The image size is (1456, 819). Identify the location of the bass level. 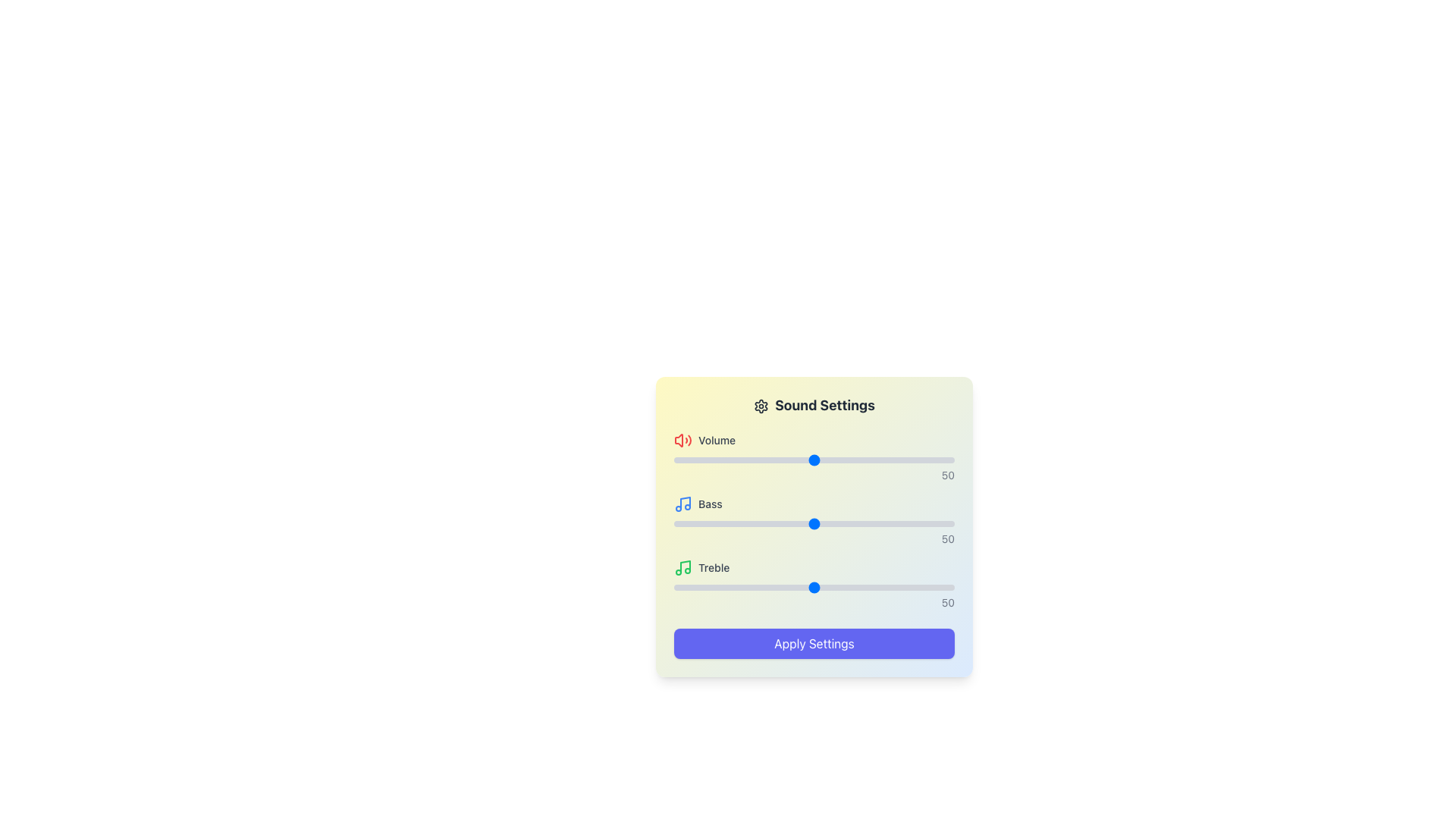
(676, 522).